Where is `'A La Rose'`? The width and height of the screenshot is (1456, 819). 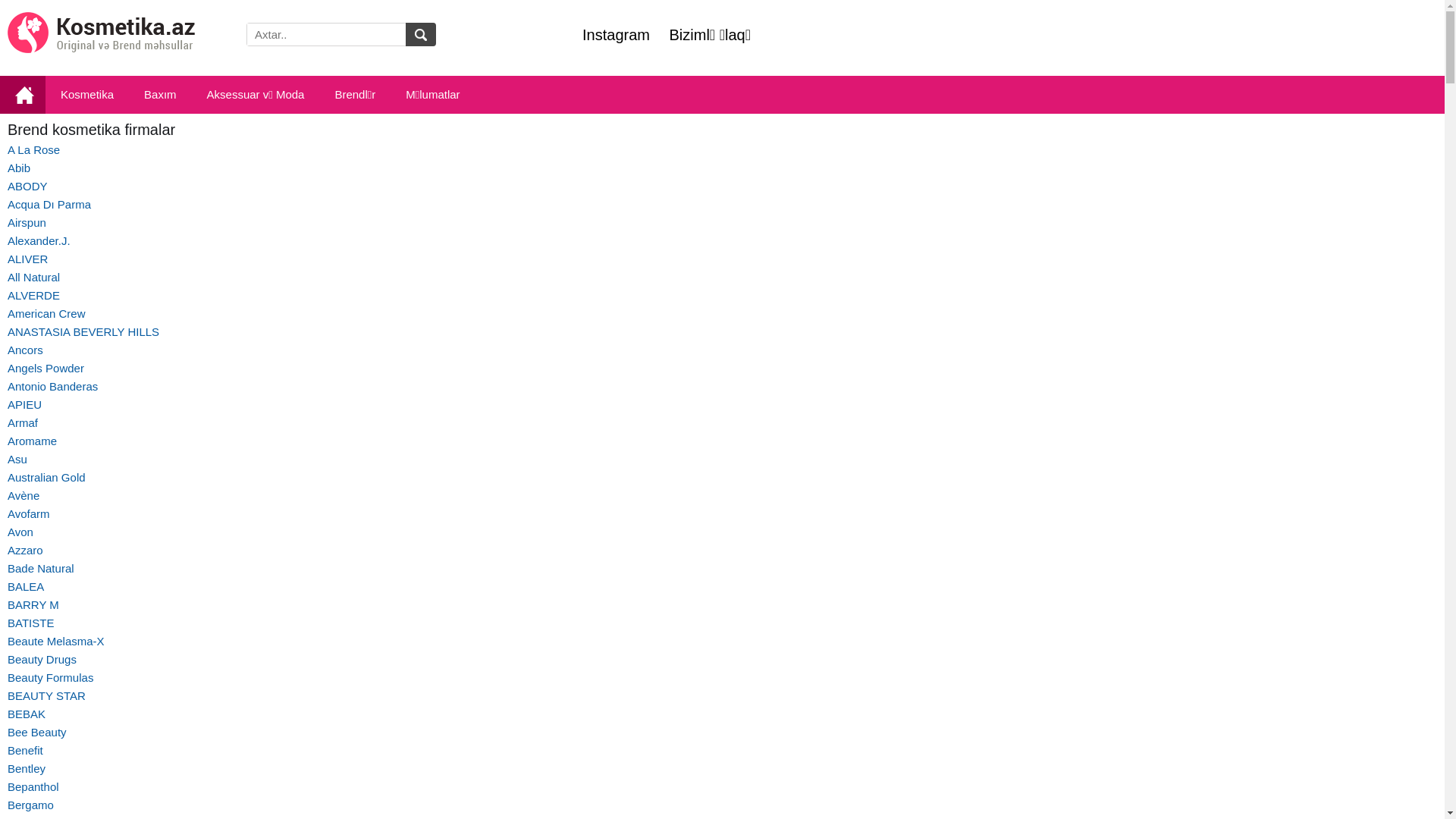
'A La Rose' is located at coordinates (33, 149).